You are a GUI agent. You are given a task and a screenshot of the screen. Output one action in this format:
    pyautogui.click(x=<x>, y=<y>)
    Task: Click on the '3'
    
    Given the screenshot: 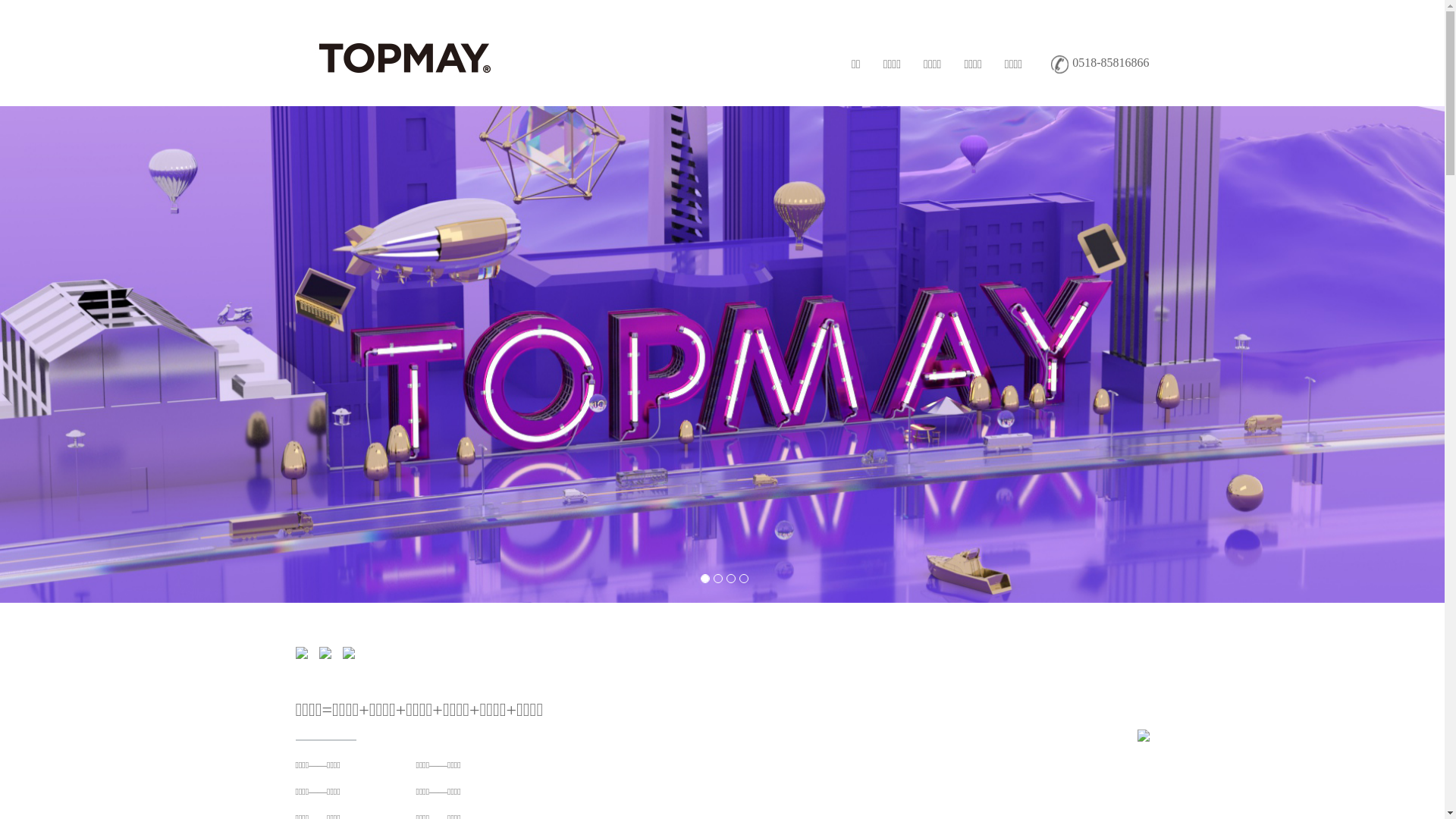 What is the action you would take?
    pyautogui.click(x=726, y=579)
    